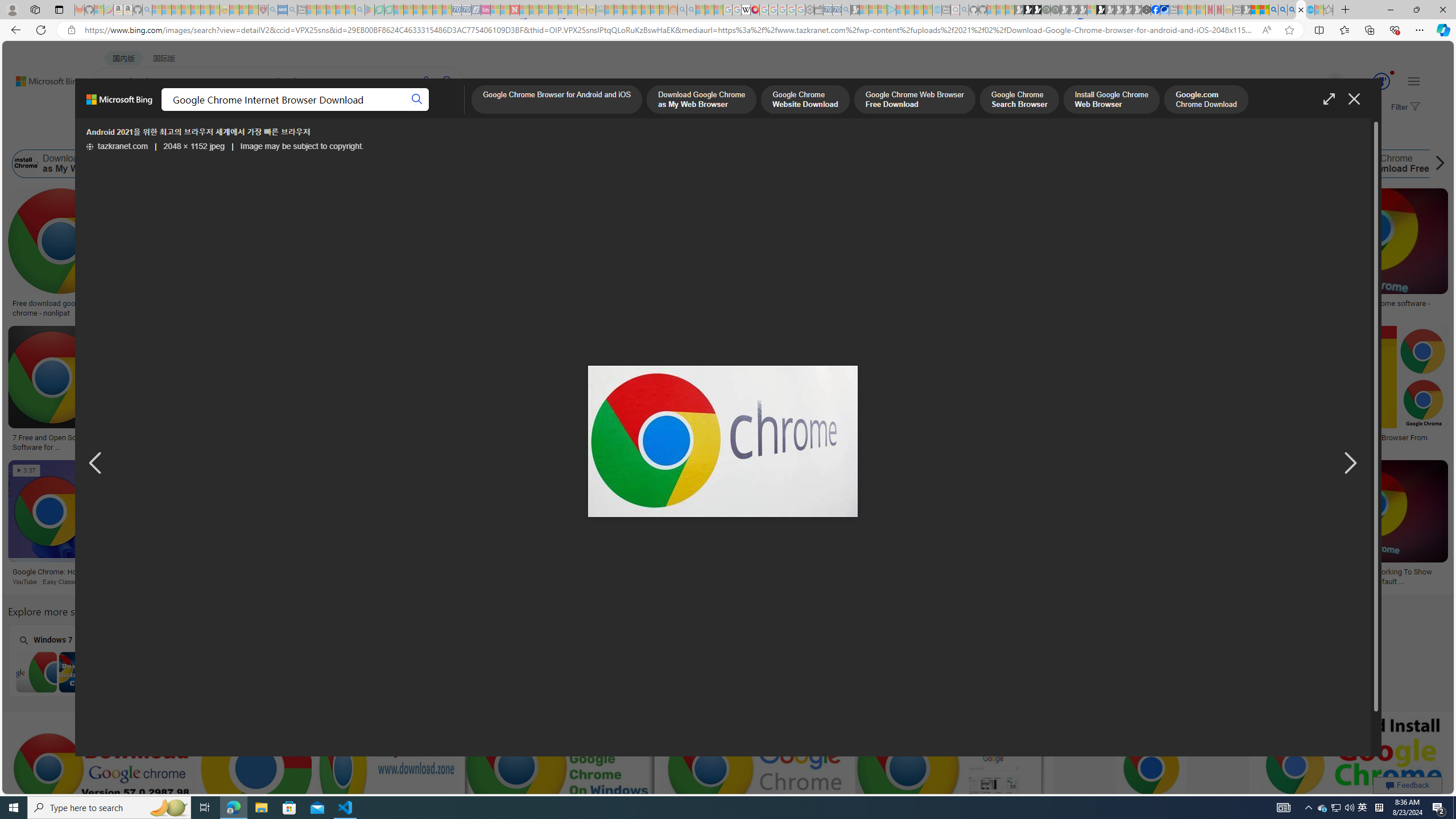 The image size is (1456, 819). What do you see at coordinates (1413, 80) in the screenshot?
I see `'Settings and quick links'` at bounding box center [1413, 80].